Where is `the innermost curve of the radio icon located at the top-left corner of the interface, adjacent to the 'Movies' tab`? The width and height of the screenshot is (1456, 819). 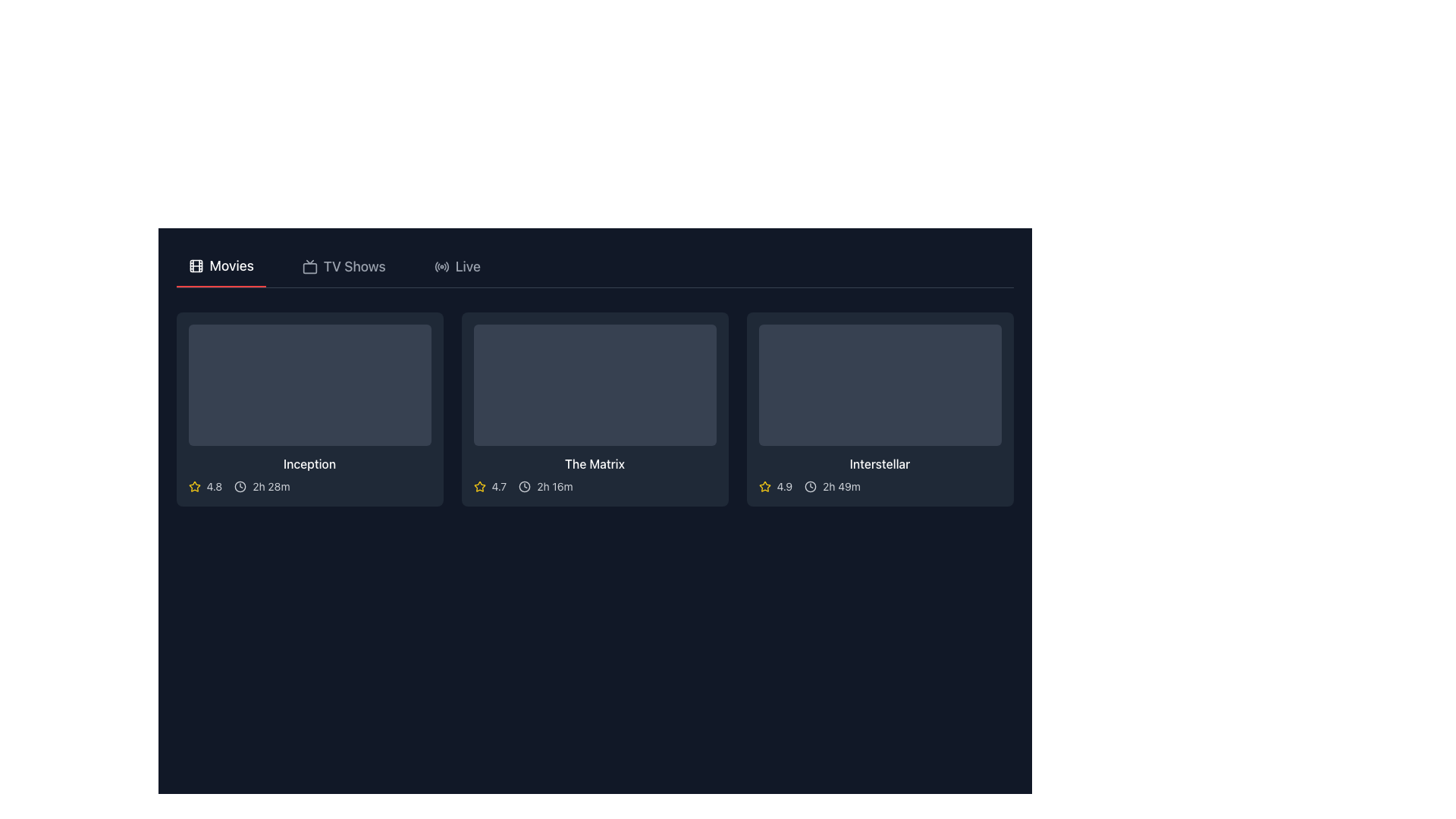
the innermost curve of the radio icon located at the top-left corner of the interface, adjacent to the 'Movies' tab is located at coordinates (435, 265).